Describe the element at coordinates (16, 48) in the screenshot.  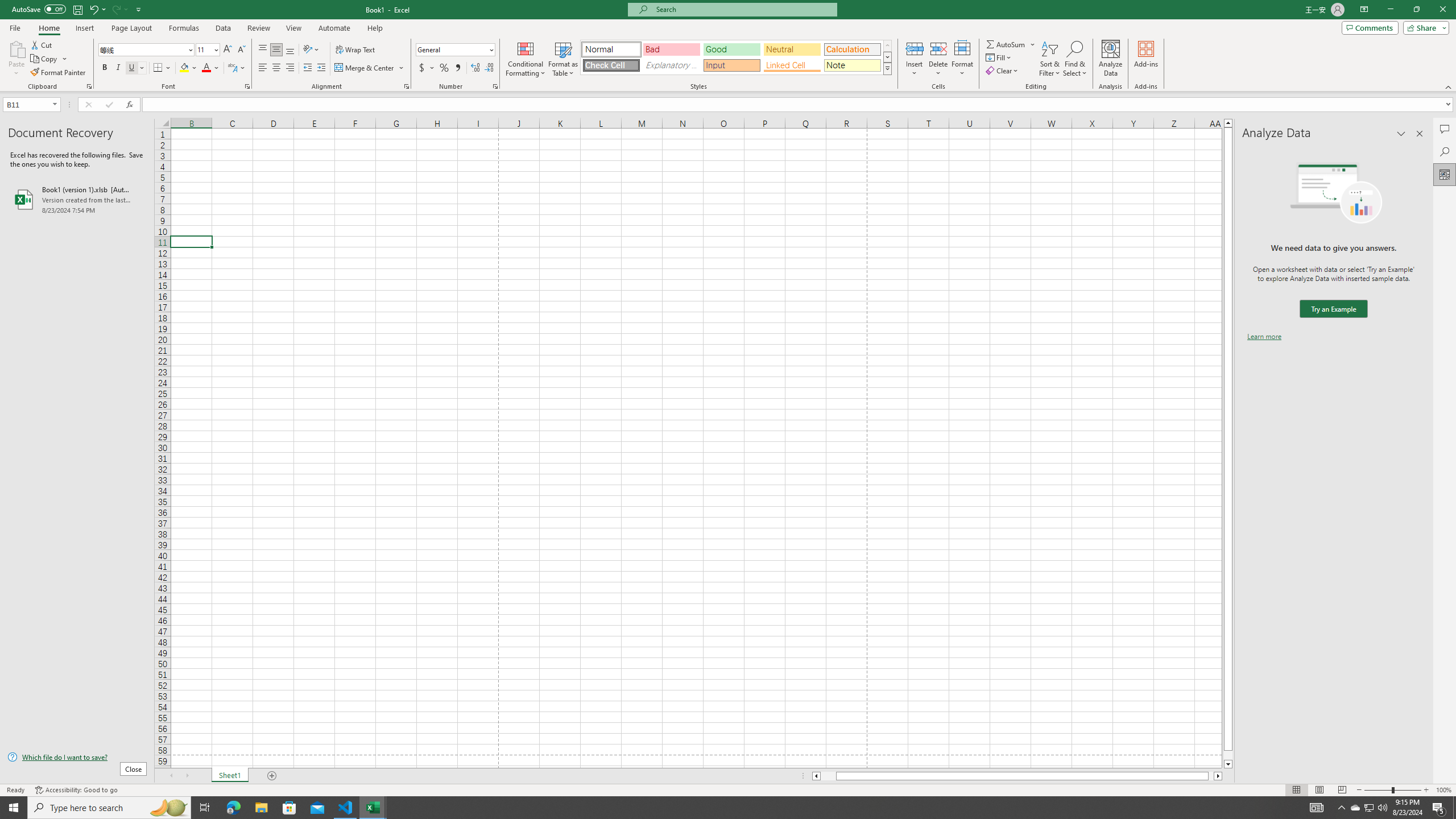
I see `'Paste'` at that location.